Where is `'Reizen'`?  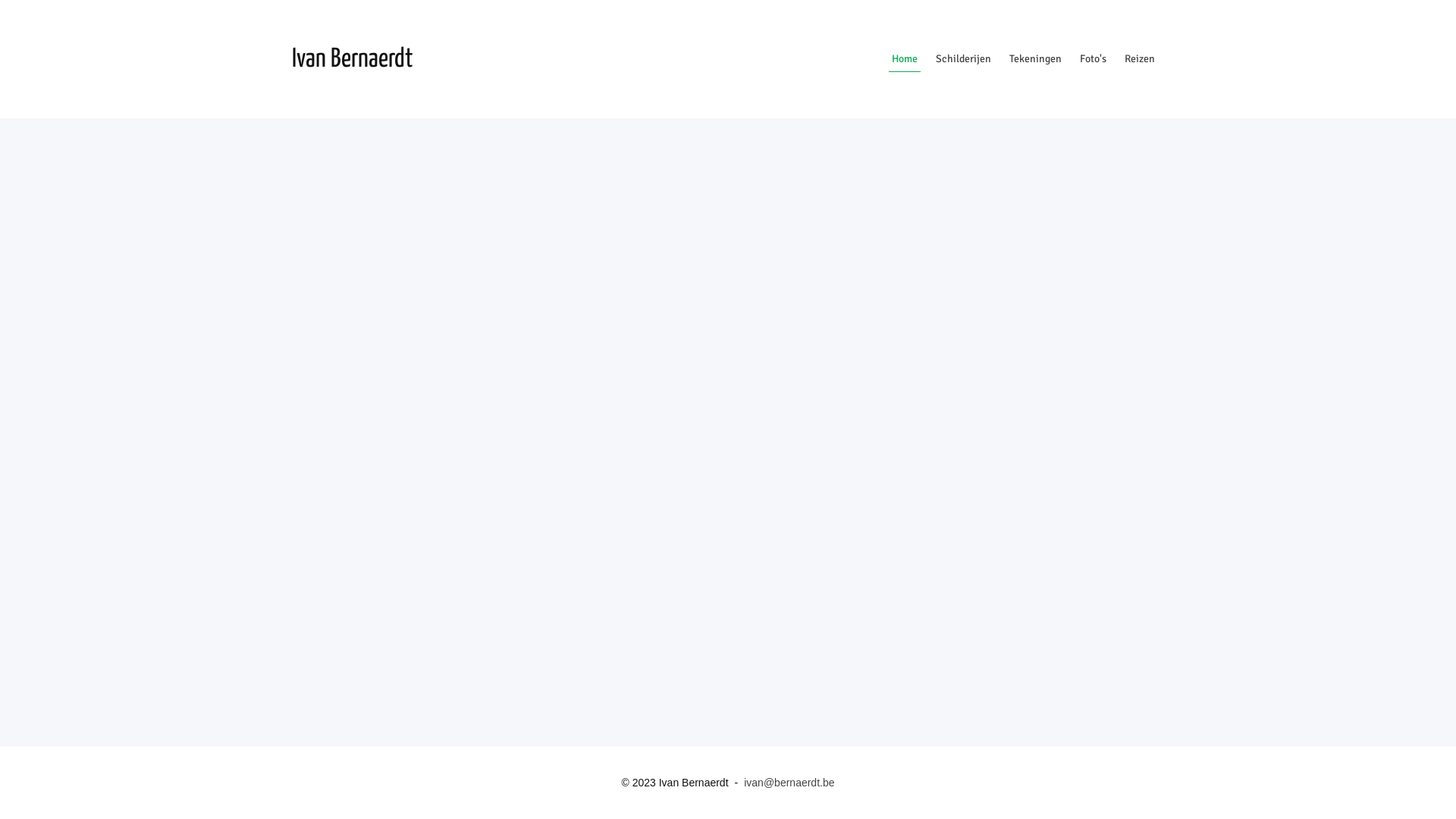 'Reizen' is located at coordinates (1139, 58).